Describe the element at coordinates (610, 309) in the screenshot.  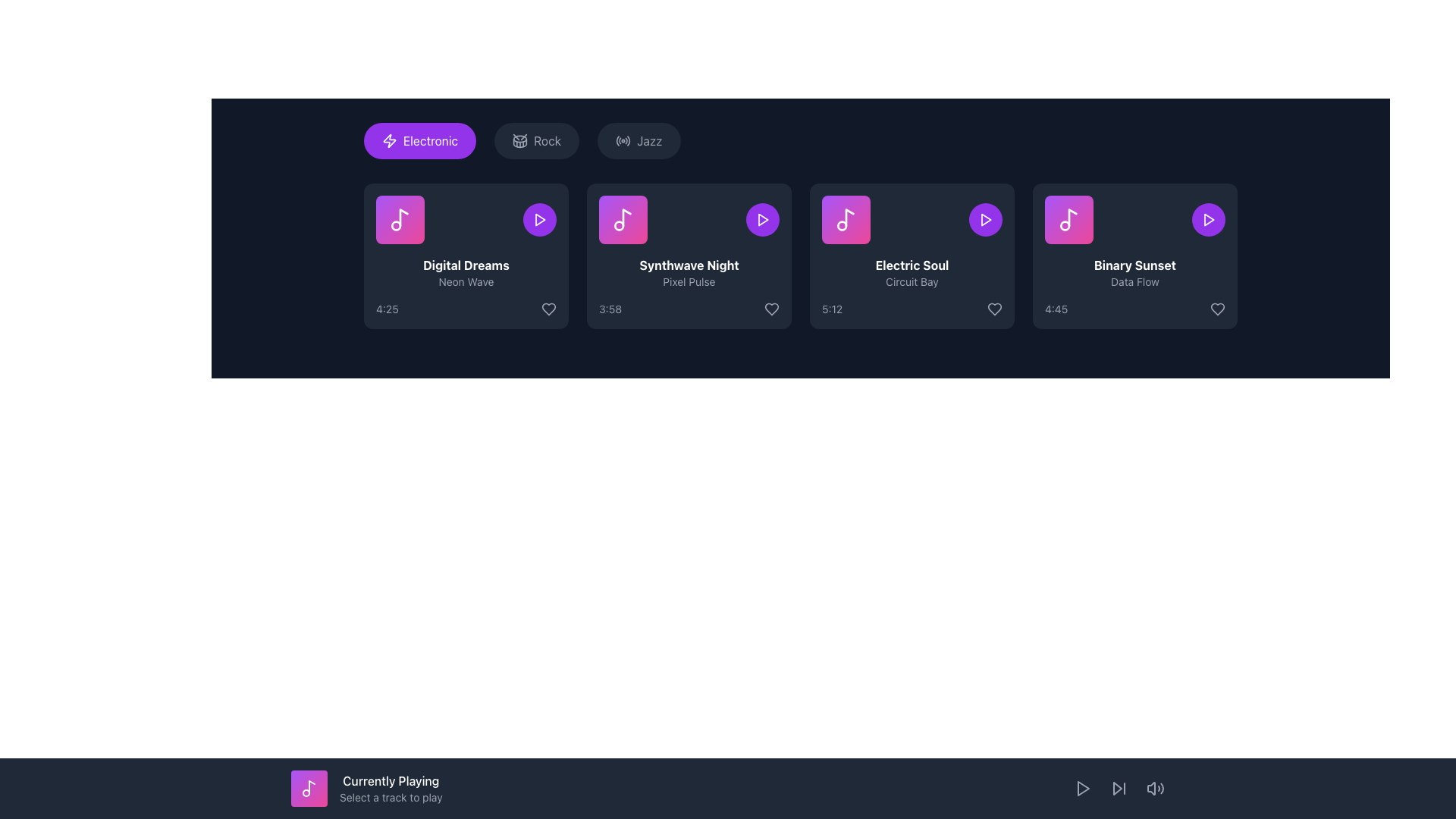
I see `the label displaying the song duration located in the bottom-left corner of the second music card from the left in the grid` at that location.